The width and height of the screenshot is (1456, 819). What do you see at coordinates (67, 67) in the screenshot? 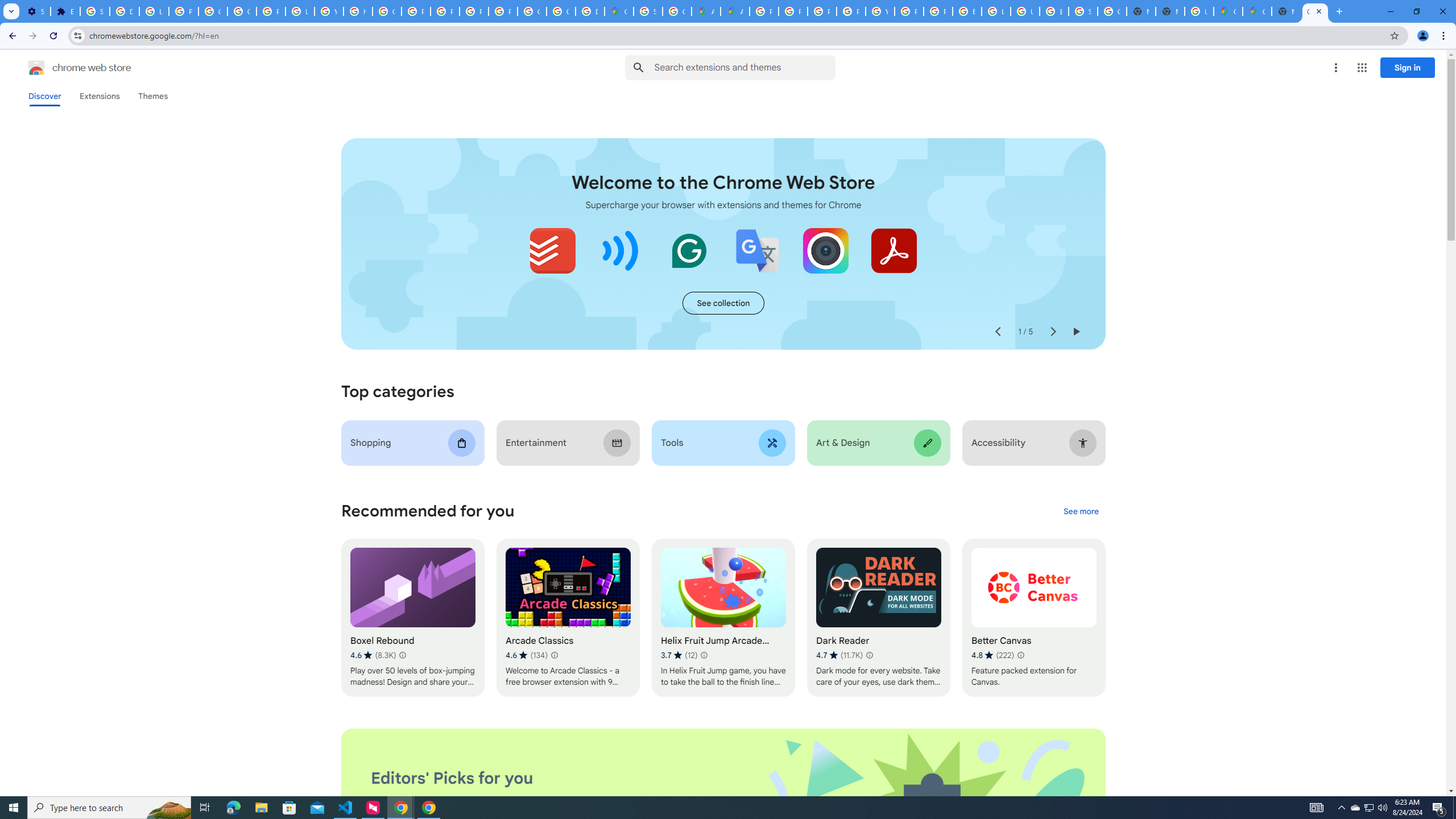
I see `'Chrome Web Store logo chrome web store'` at bounding box center [67, 67].